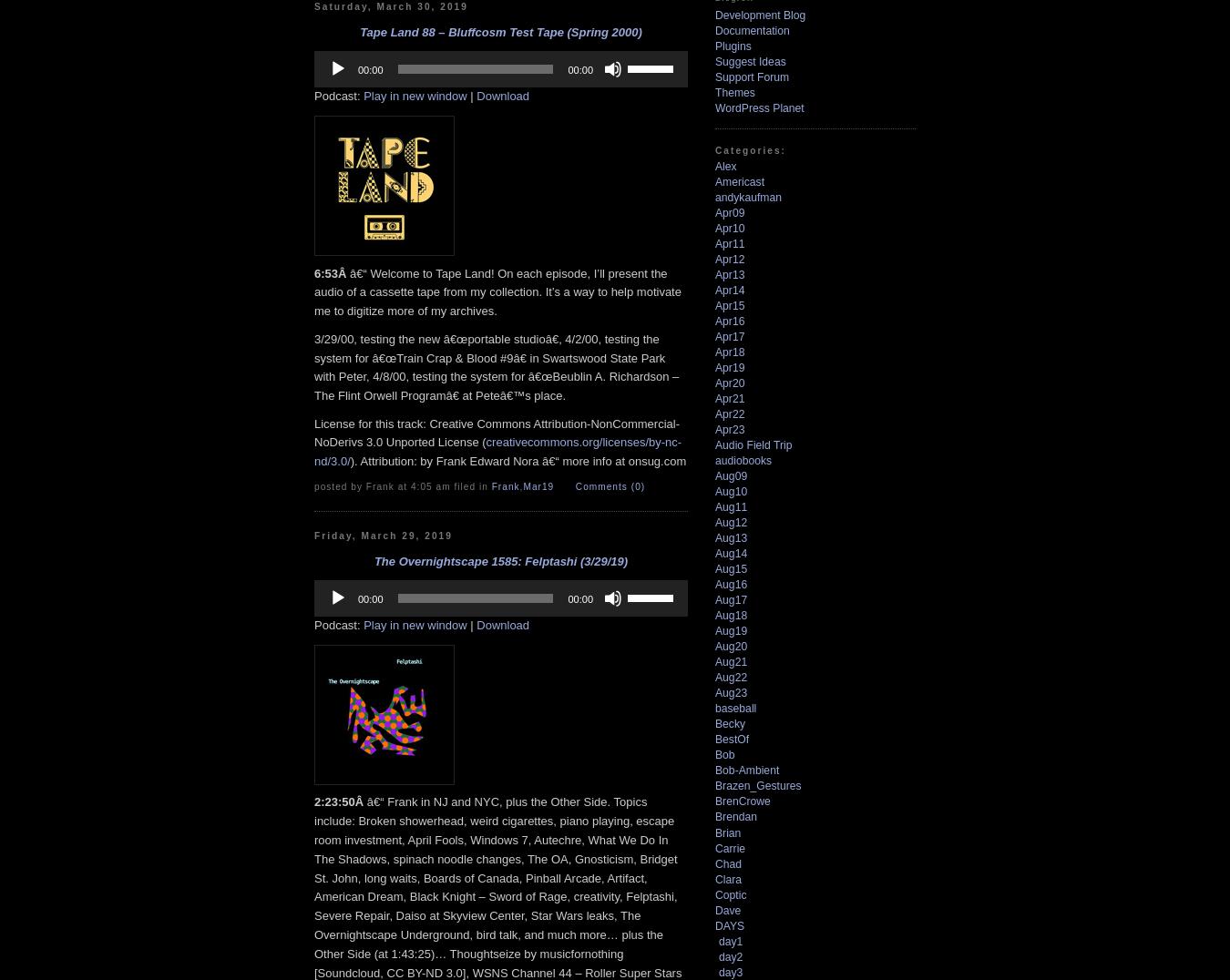 The image size is (1230, 980). Describe the element at coordinates (729, 383) in the screenshot. I see `'Apr20'` at that location.